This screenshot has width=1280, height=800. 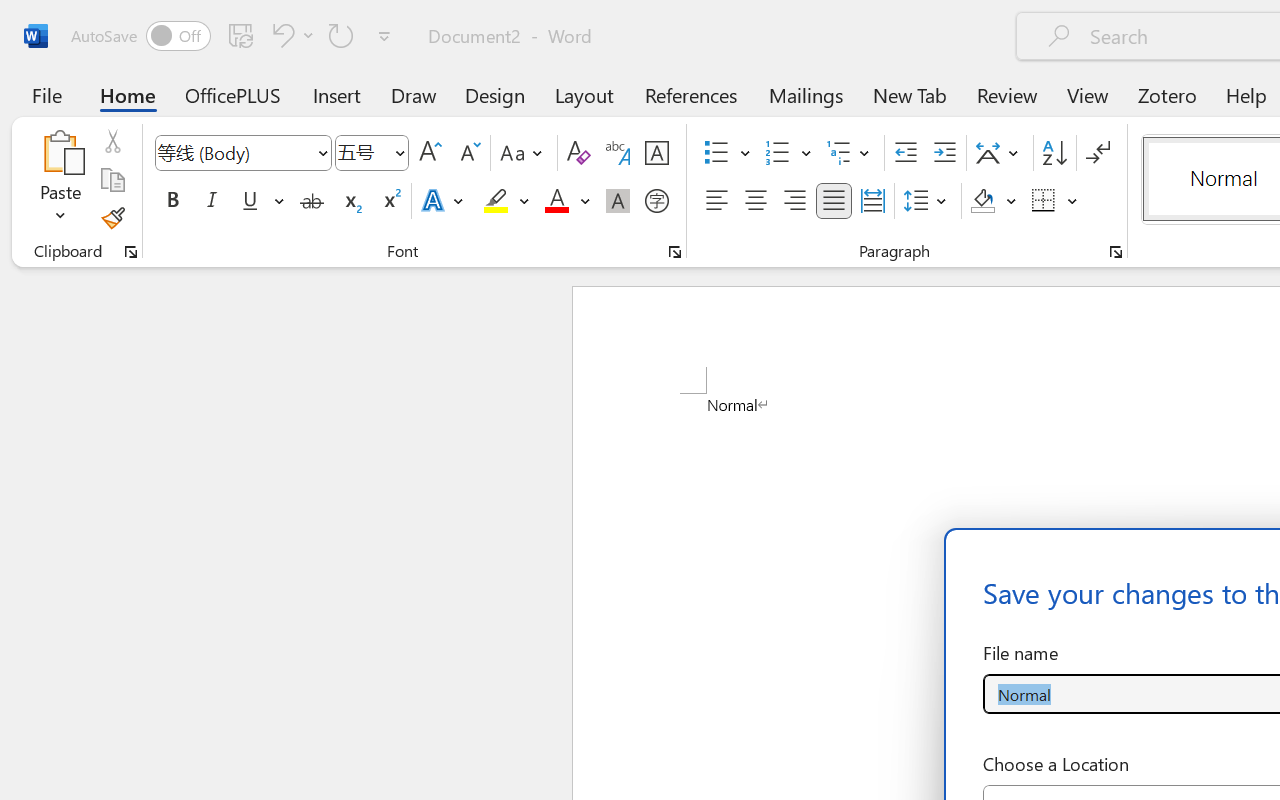 I want to click on 'Justify', so click(x=834, y=201).